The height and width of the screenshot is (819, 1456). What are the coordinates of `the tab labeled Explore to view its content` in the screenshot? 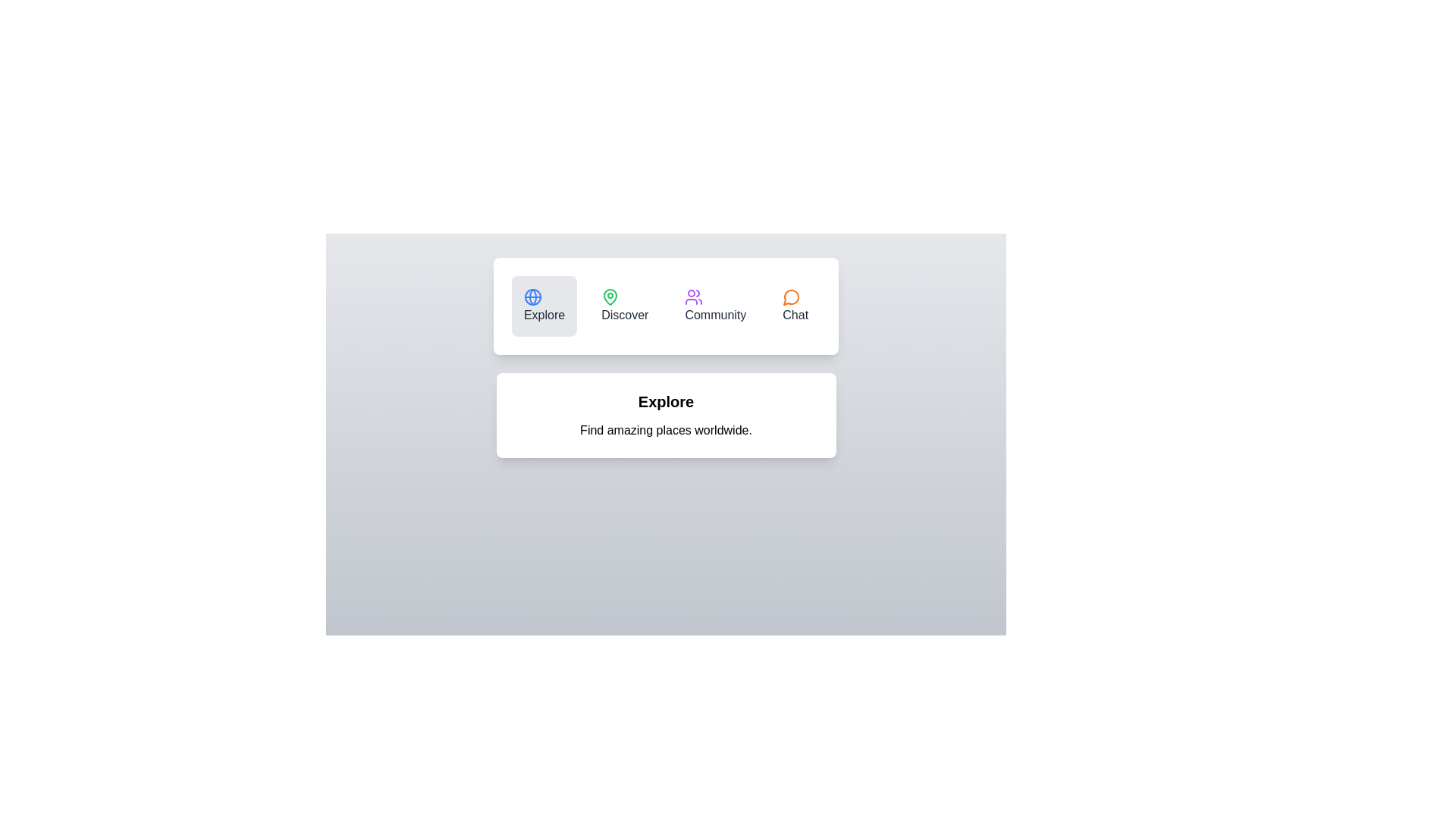 It's located at (544, 306).